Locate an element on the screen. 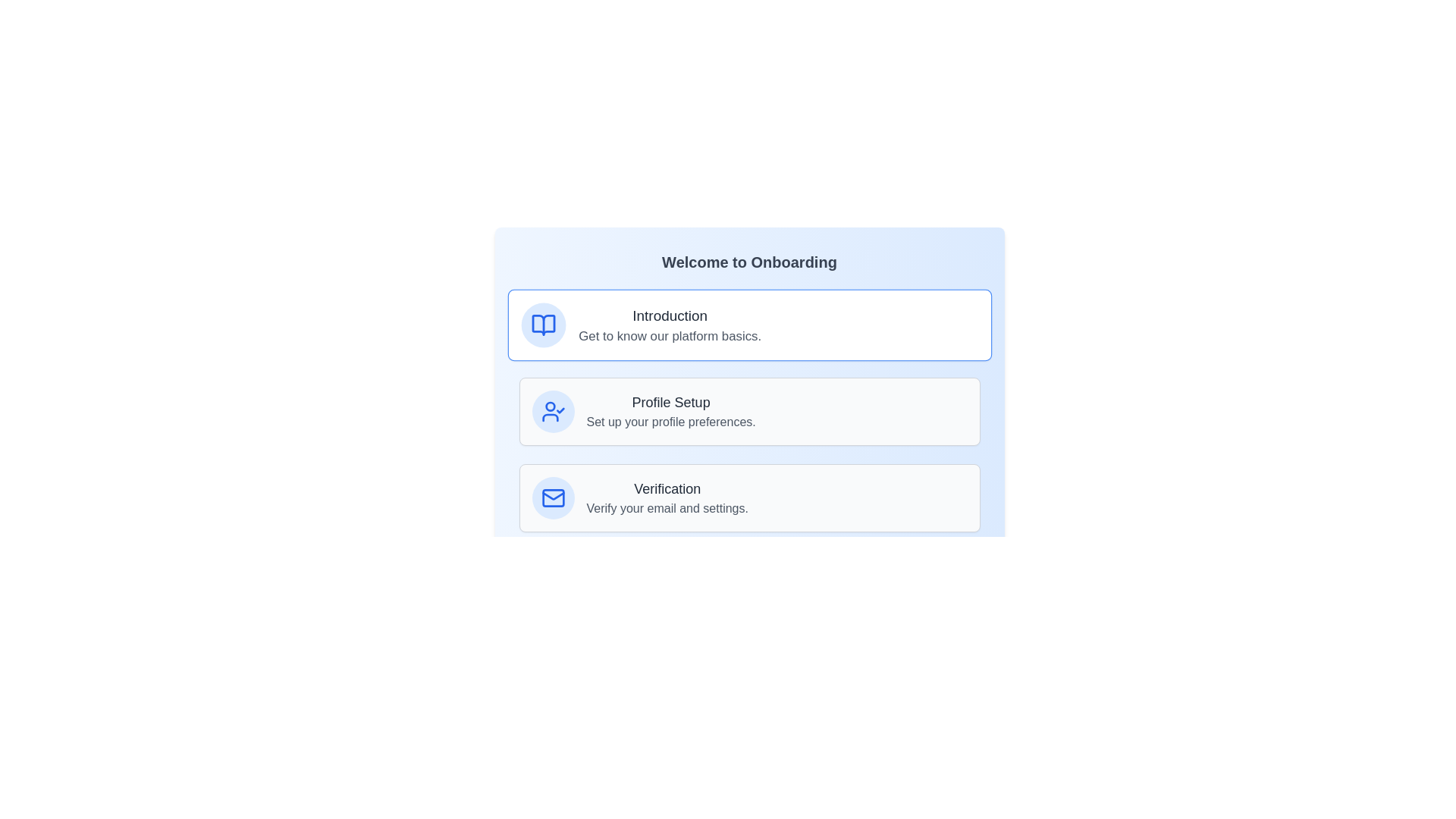 The width and height of the screenshot is (1456, 819). the static text element that provides guidance for setting up user profile preferences, located beneath the 'Profile Setup' label in the onboarding interface is located at coordinates (670, 422).